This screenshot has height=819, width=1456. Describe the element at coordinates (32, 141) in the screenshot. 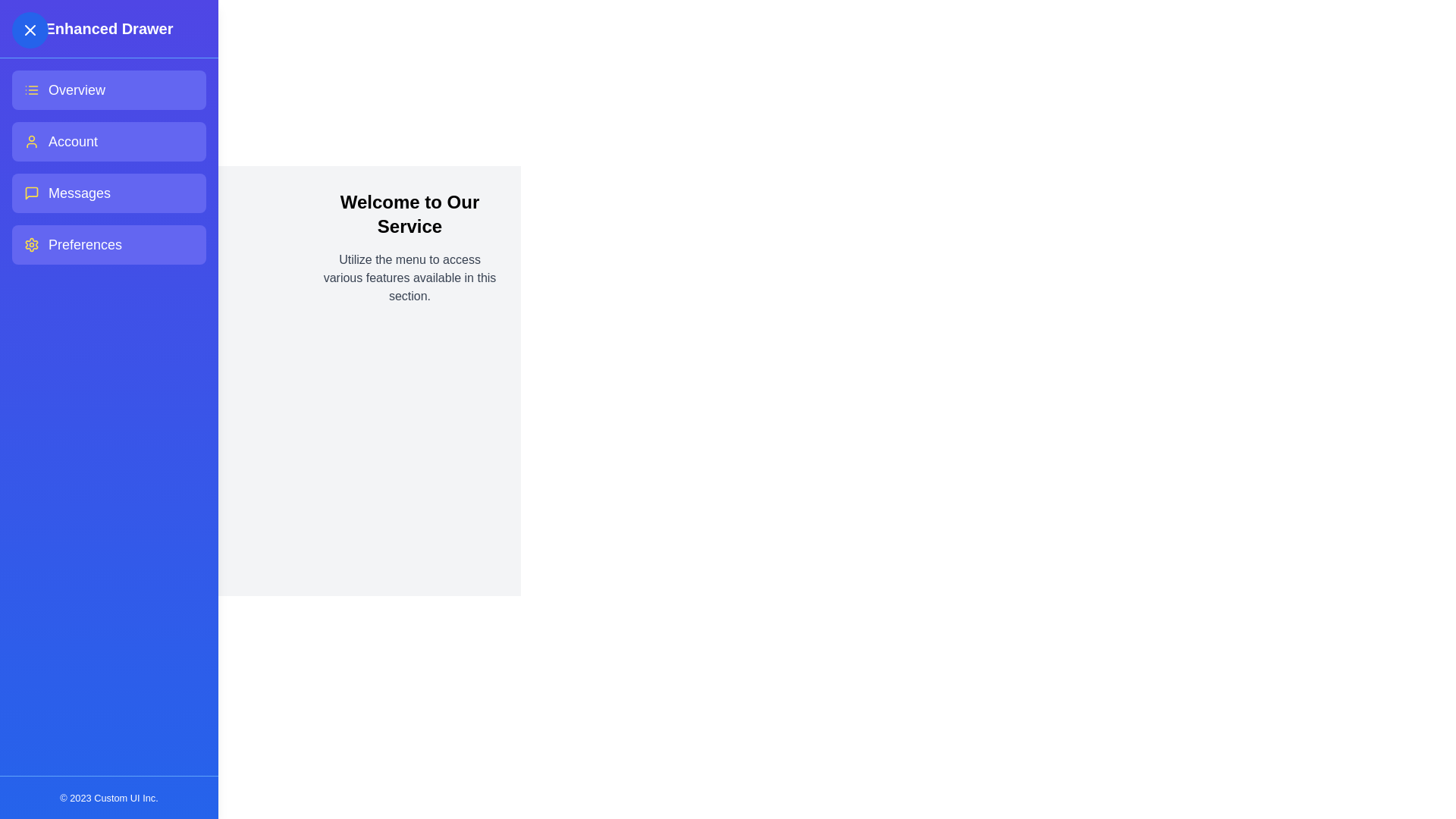

I see `the small circular icon resembling a user silhouette, which has a yellow stroke on a blue background, located to the left of the 'Account' text label in the third menu item of the vertical navigation panel` at that location.